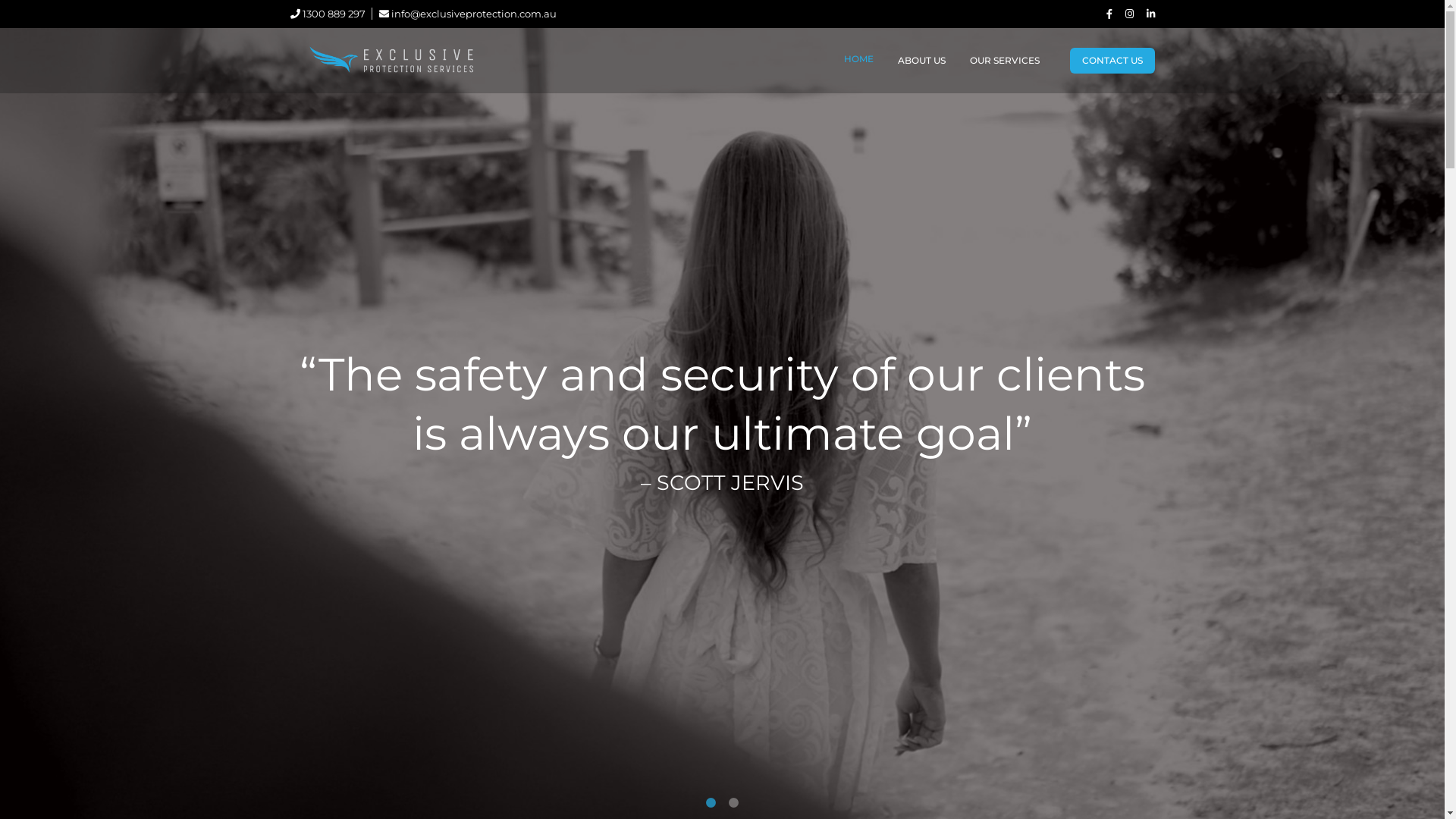 This screenshot has height=819, width=1456. What do you see at coordinates (710, 802) in the screenshot?
I see `'1'` at bounding box center [710, 802].